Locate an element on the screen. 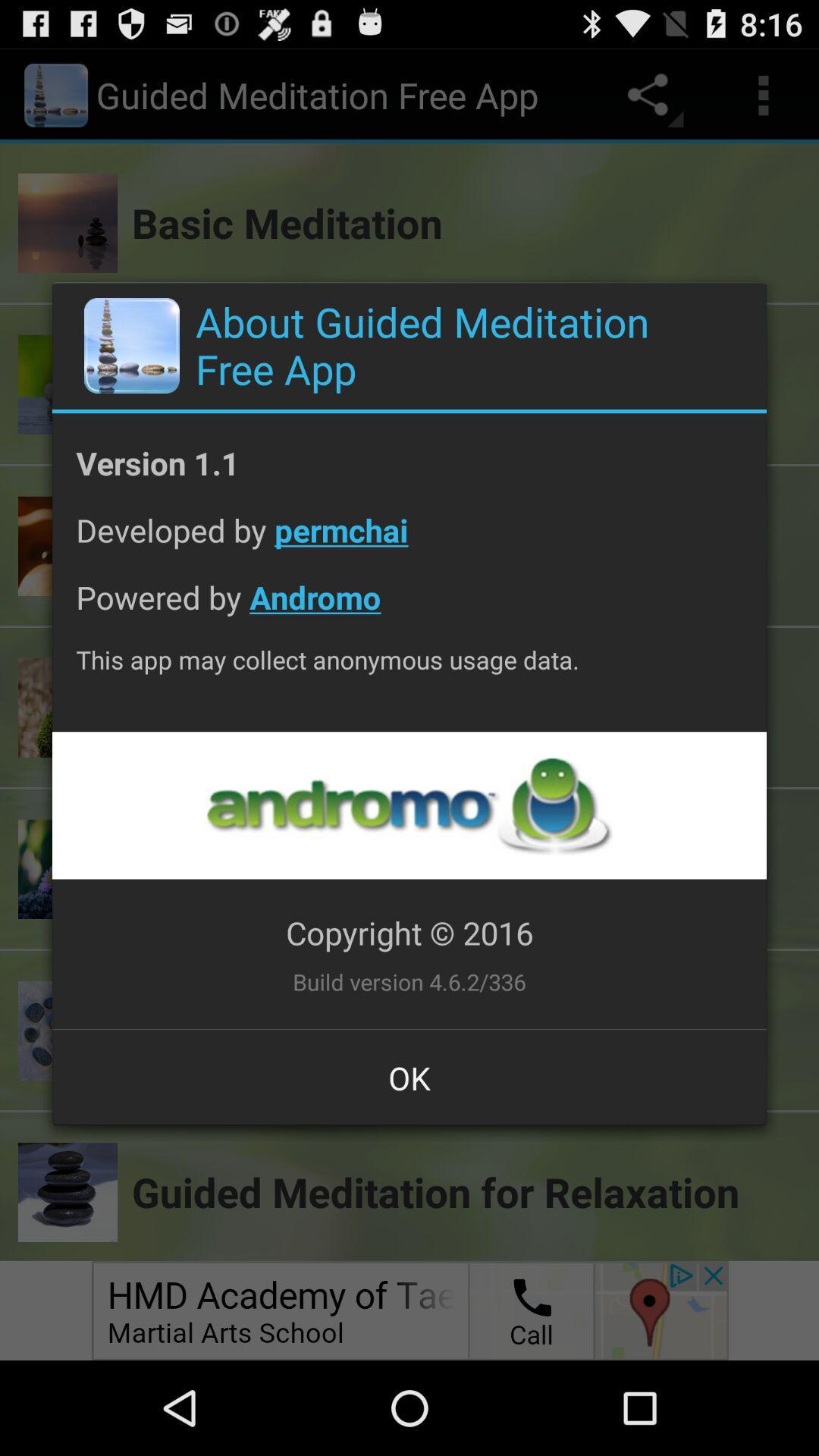 This screenshot has width=819, height=1456. developed by permchai icon is located at coordinates (409, 541).